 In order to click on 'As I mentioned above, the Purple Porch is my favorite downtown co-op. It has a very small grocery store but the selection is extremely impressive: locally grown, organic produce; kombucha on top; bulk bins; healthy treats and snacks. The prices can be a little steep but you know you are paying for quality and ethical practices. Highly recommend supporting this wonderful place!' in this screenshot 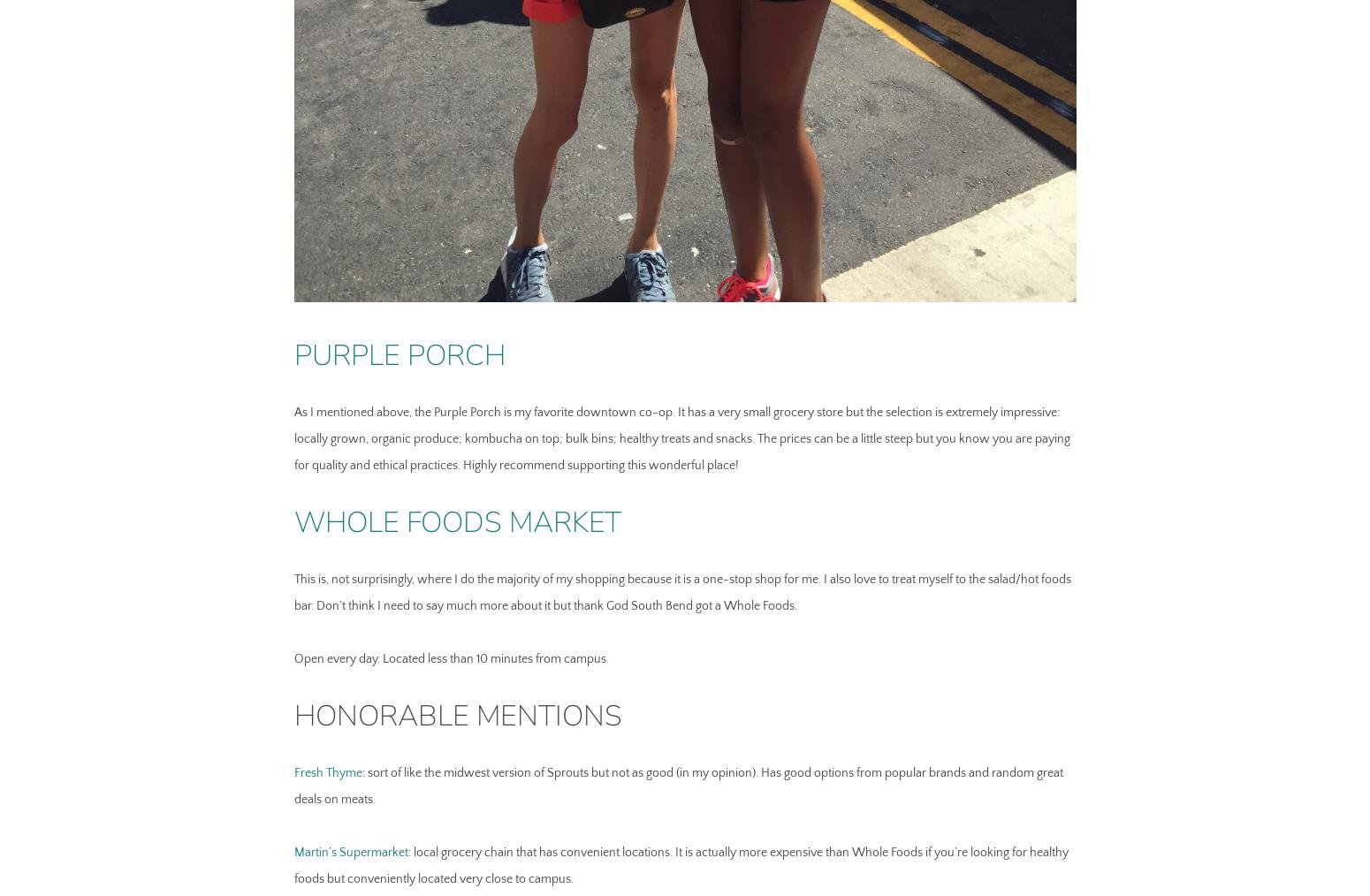, I will do `click(681, 438)`.